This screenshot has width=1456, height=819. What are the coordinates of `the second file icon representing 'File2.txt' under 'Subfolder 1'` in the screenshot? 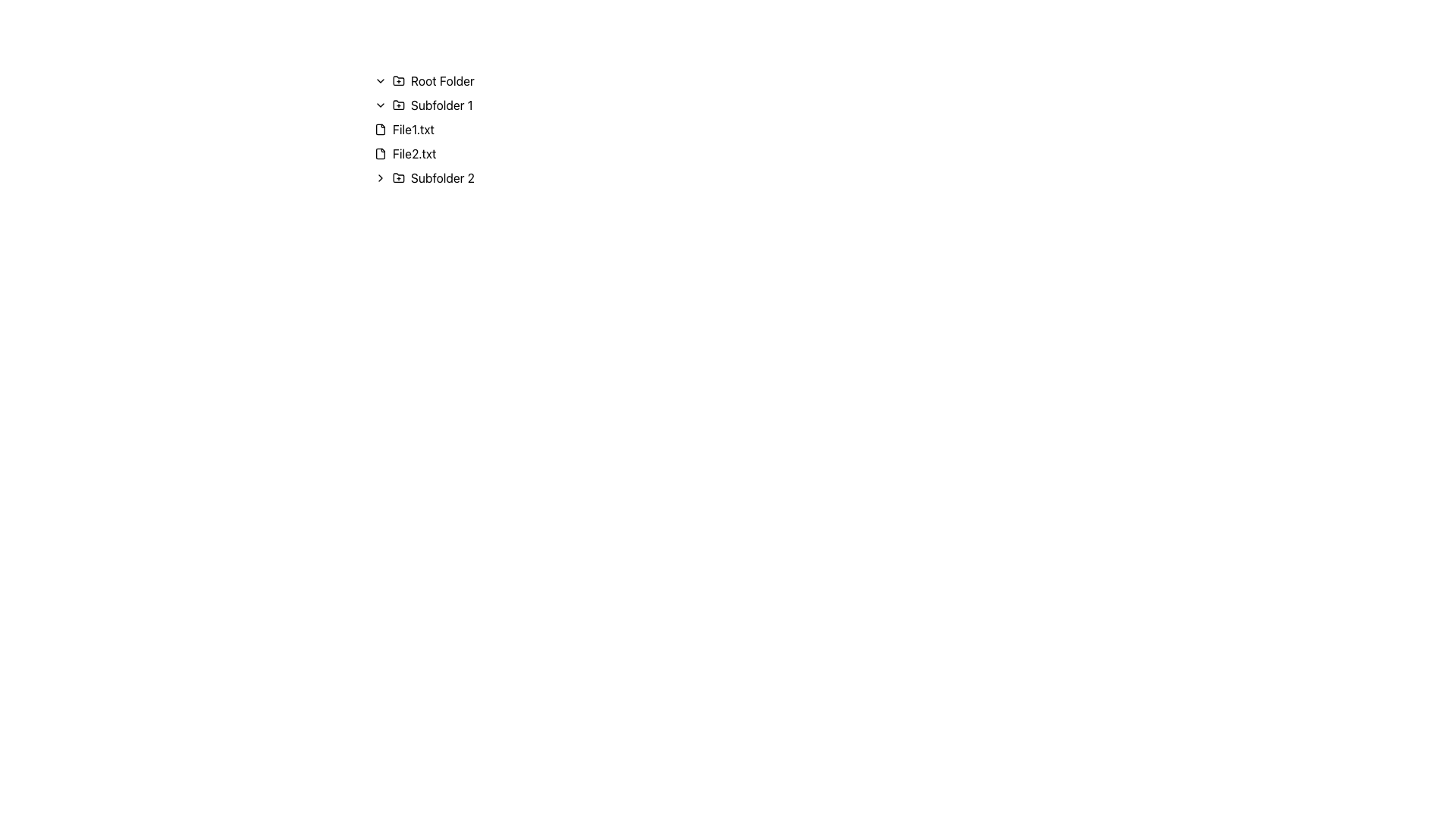 It's located at (381, 154).